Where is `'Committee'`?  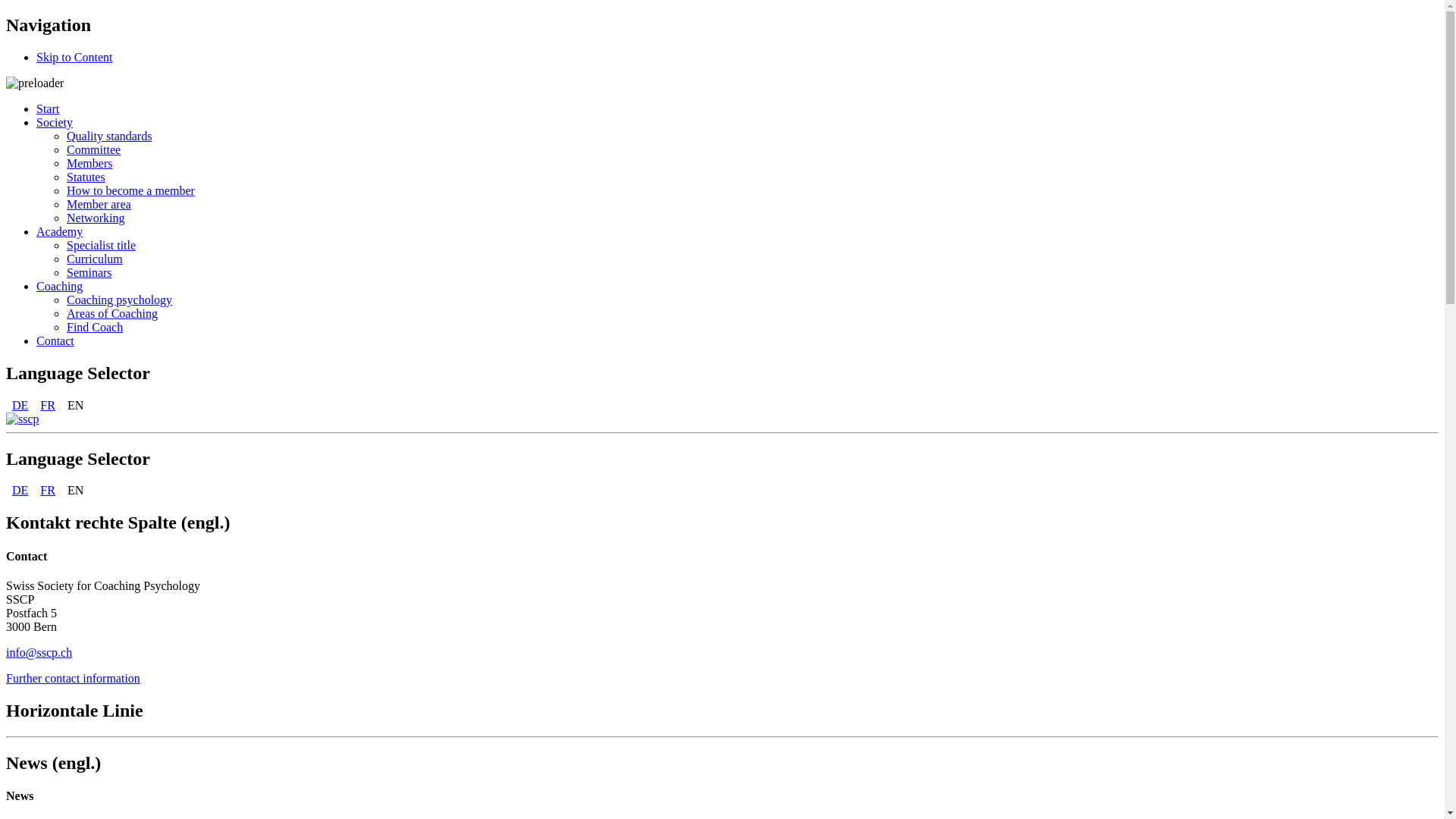
'Committee' is located at coordinates (93, 149).